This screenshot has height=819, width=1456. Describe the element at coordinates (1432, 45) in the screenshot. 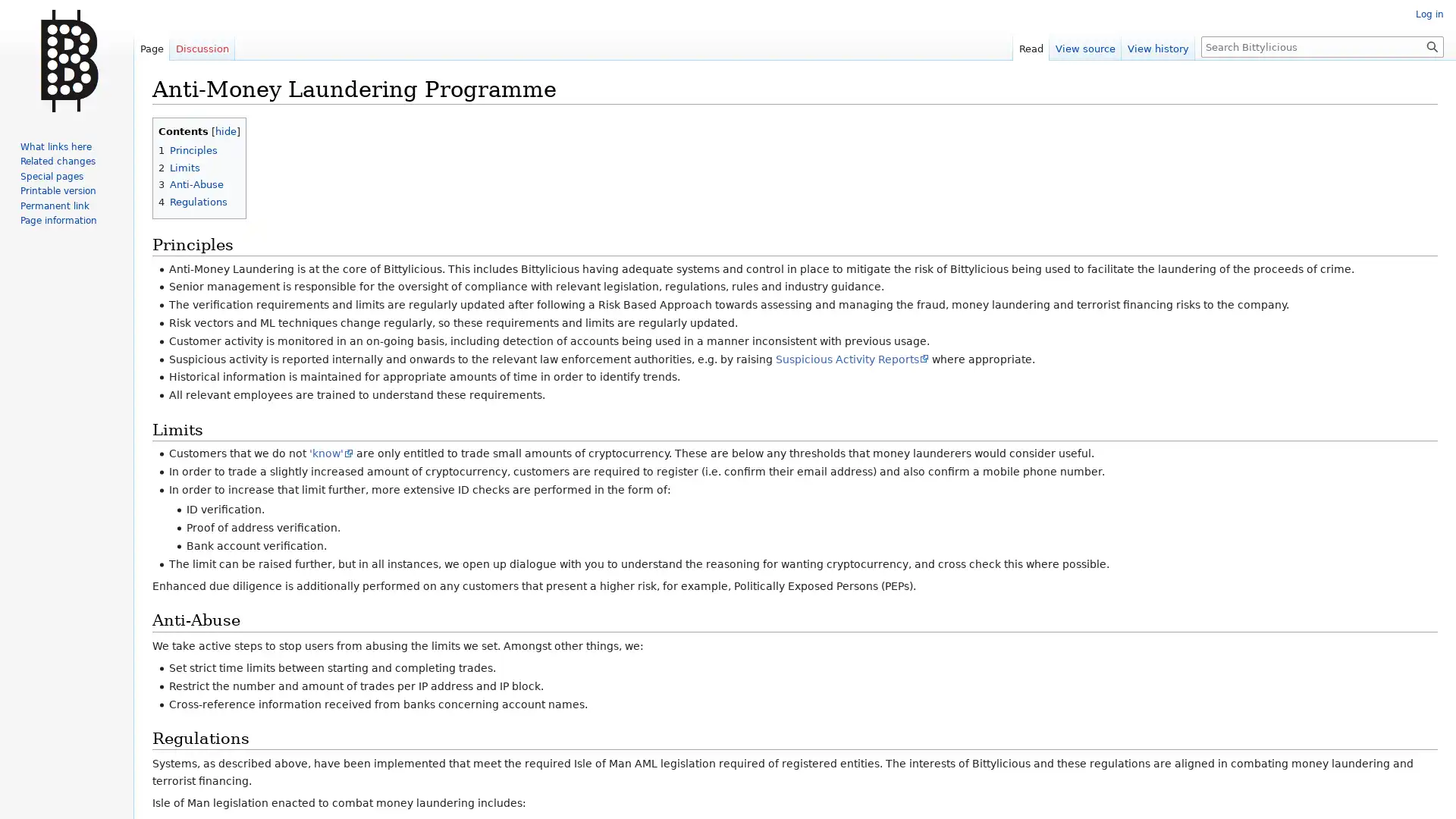

I see `Go` at that location.